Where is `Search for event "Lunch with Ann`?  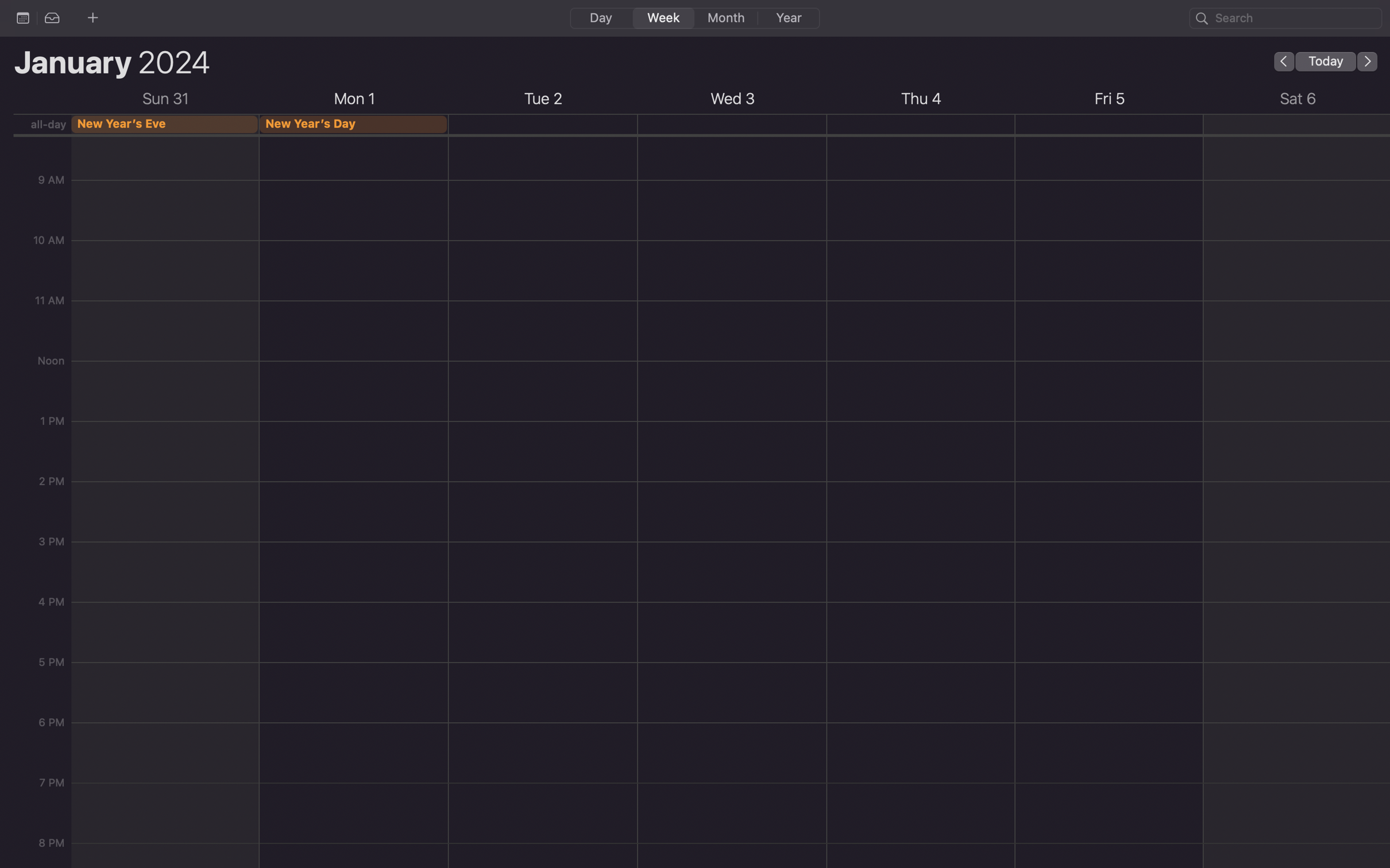 Search for event "Lunch with Ann is located at coordinates (1285, 17).